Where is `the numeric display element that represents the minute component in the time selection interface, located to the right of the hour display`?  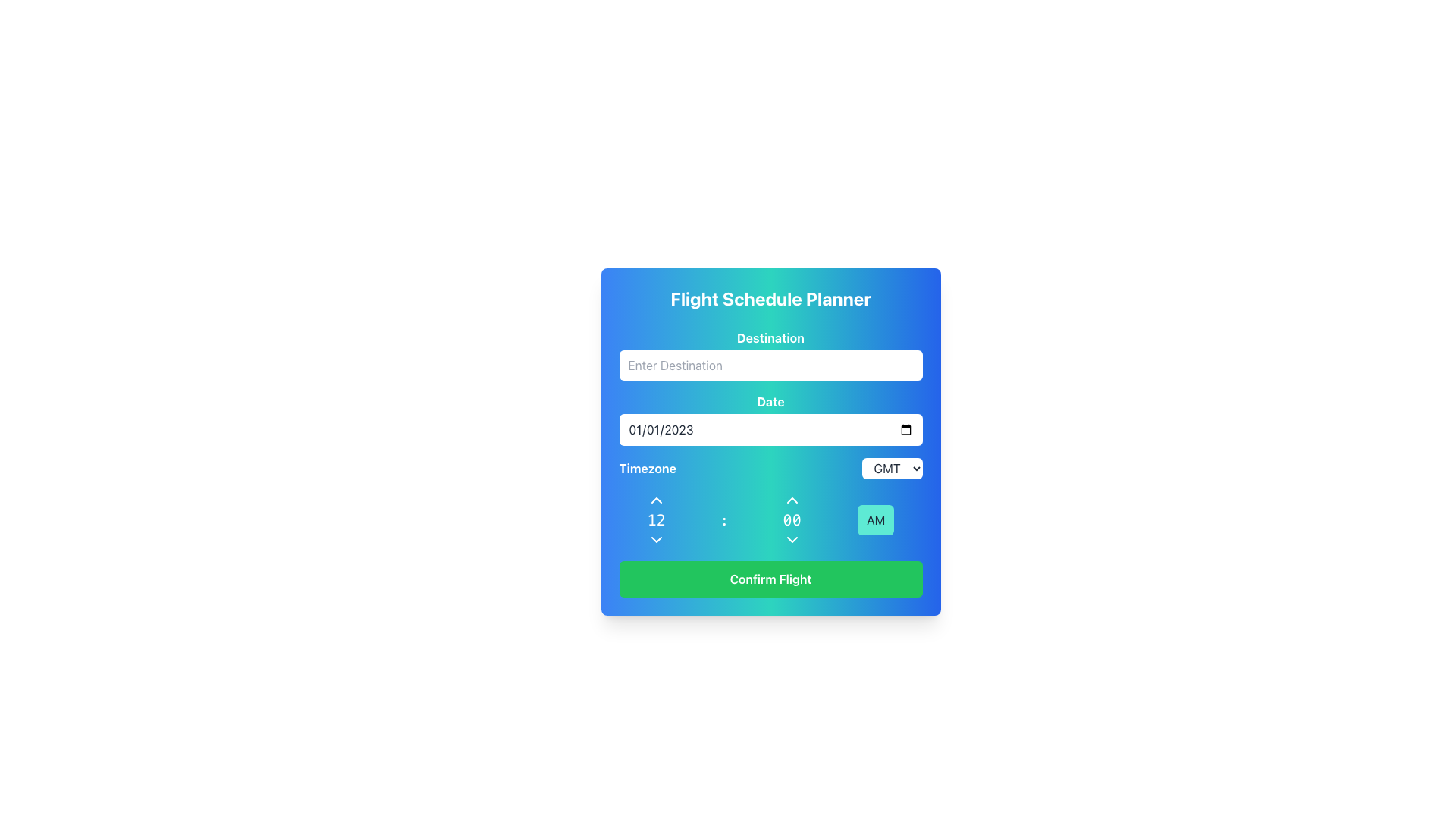 the numeric display element that represents the minute component in the time selection interface, located to the right of the hour display is located at coordinates (791, 519).